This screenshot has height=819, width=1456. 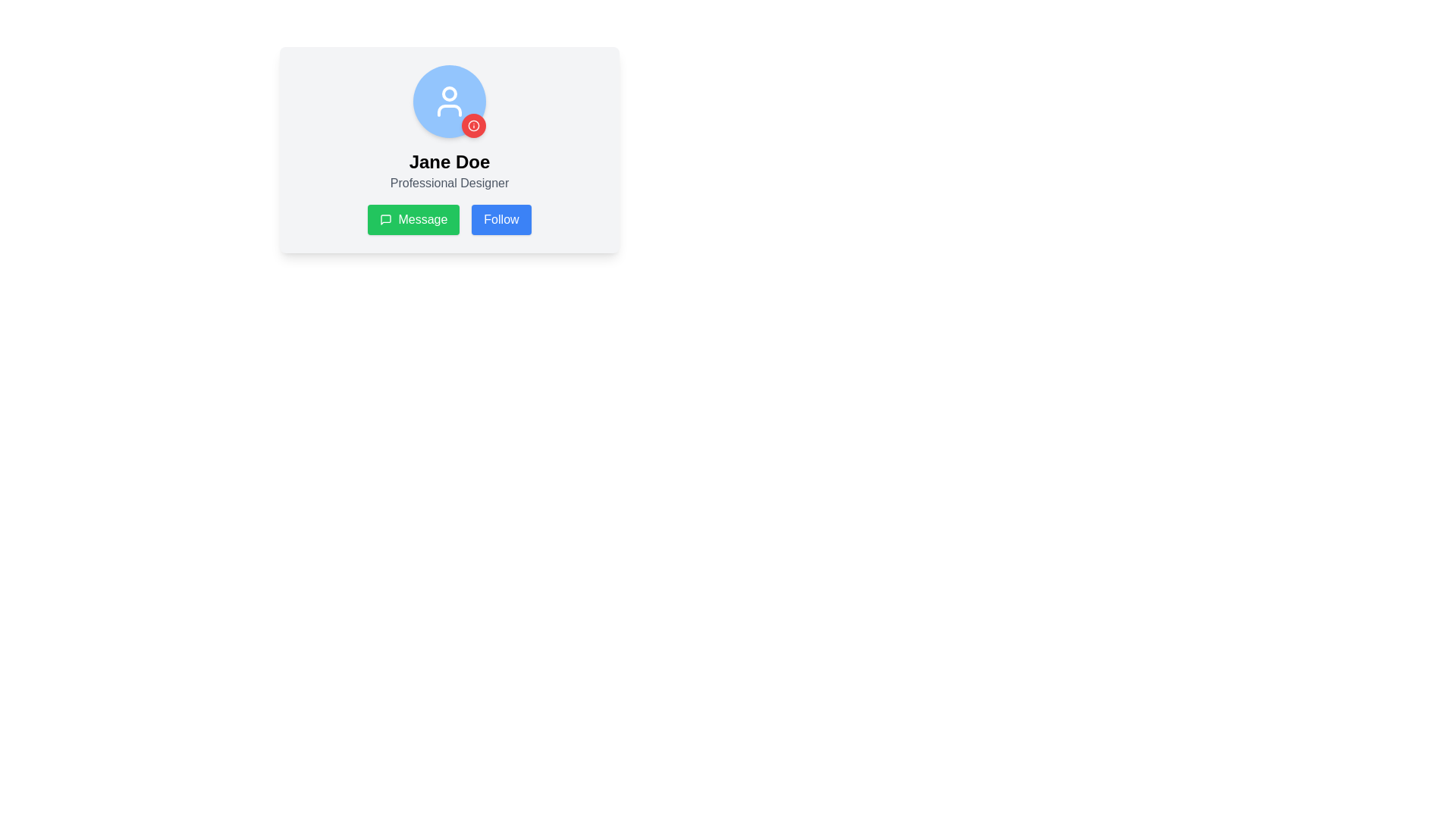 What do you see at coordinates (449, 93) in the screenshot?
I see `the upper SVG Circle that represents the head portion of the user profile icon` at bounding box center [449, 93].